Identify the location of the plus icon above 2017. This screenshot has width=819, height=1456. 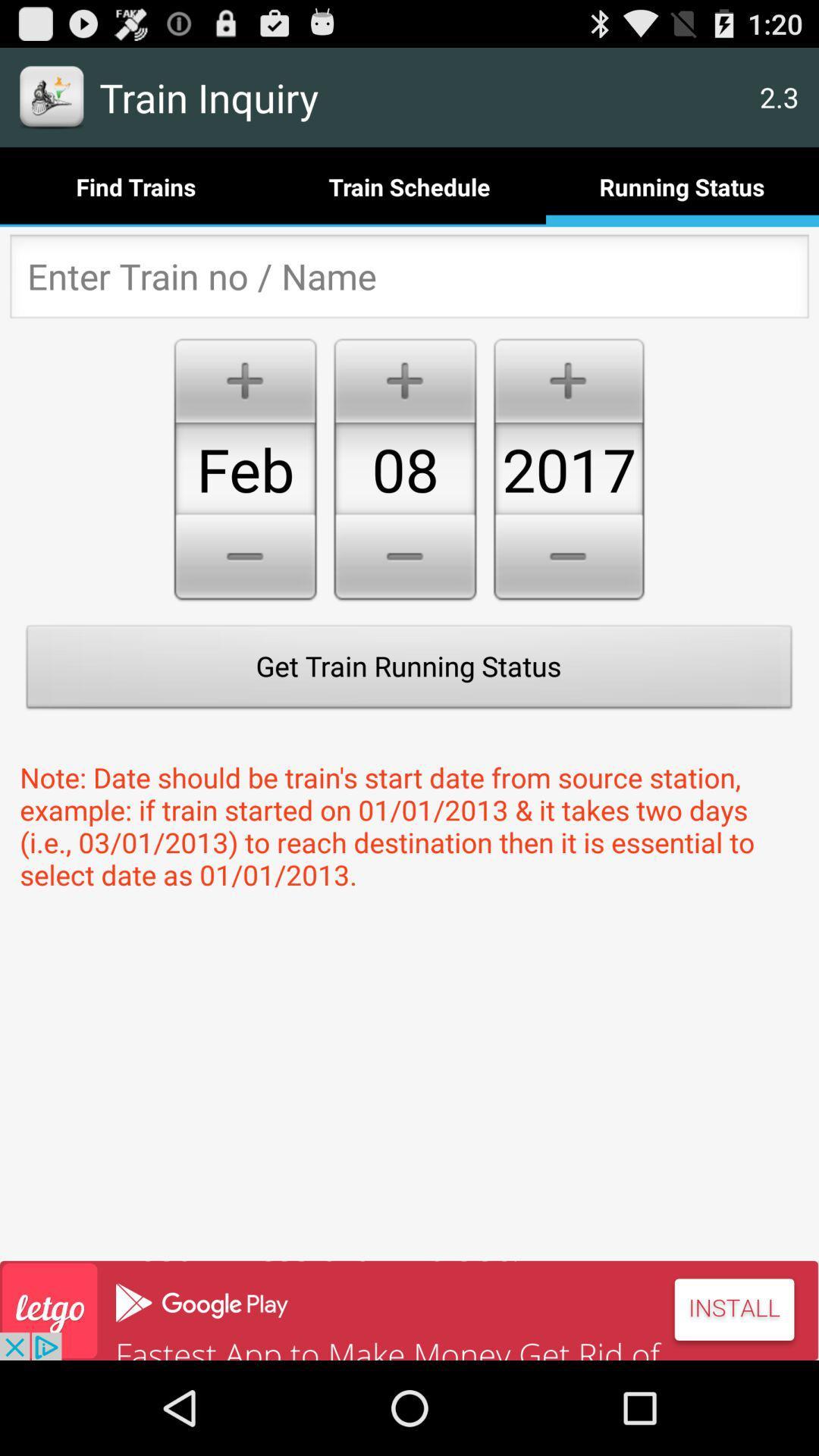
(569, 378).